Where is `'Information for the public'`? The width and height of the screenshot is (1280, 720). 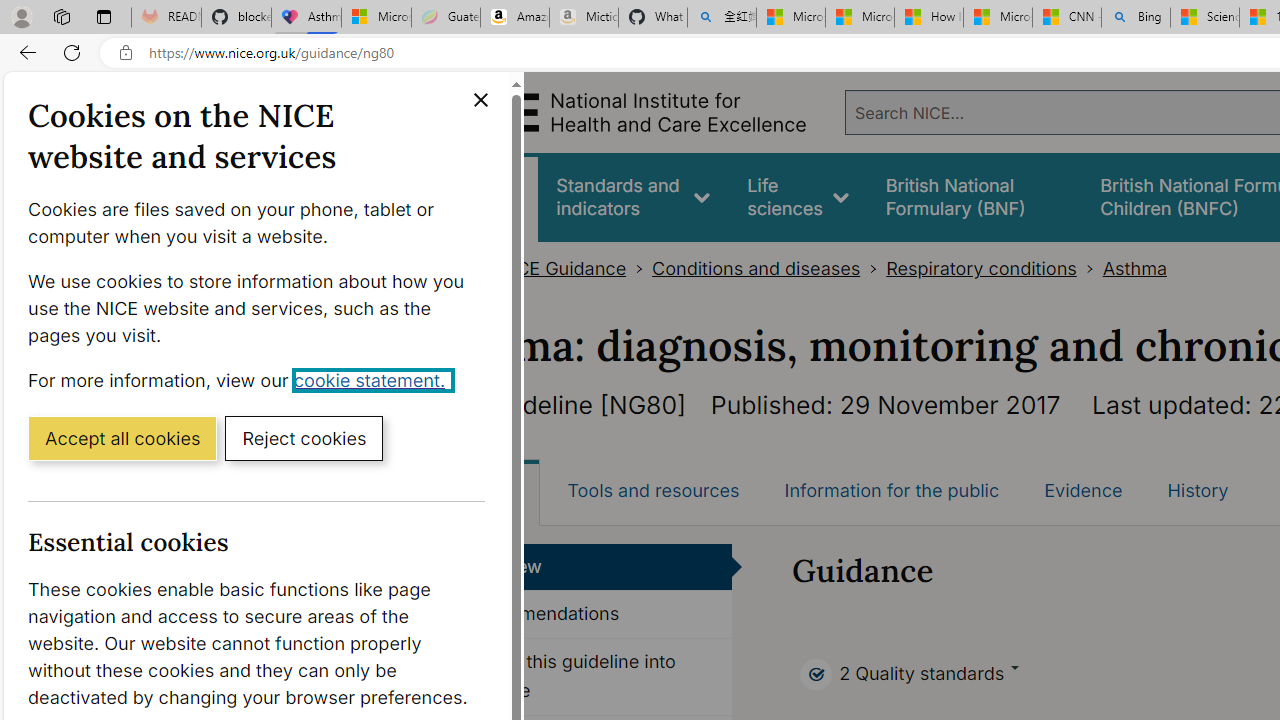 'Information for the public' is located at coordinates (890, 491).